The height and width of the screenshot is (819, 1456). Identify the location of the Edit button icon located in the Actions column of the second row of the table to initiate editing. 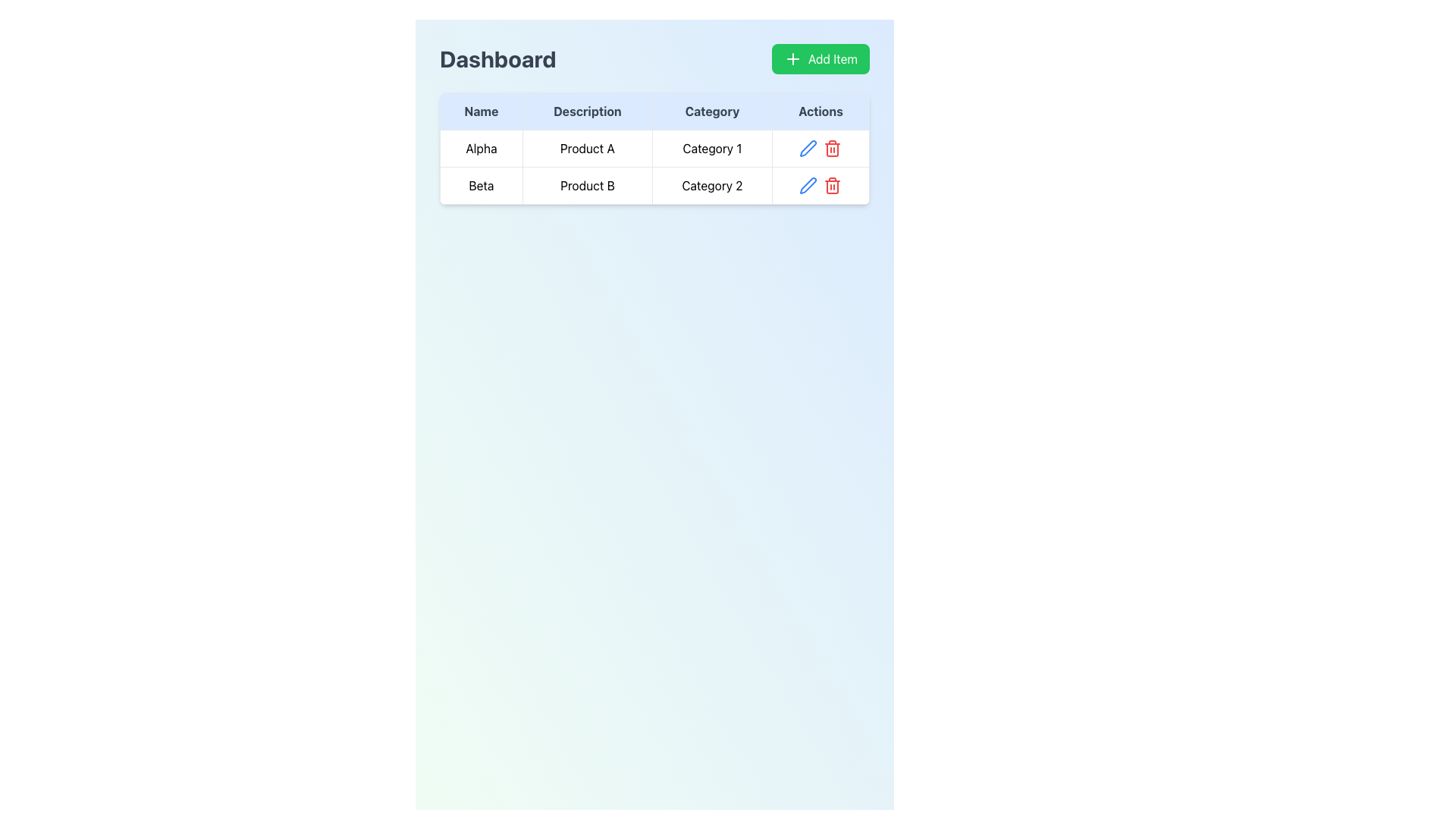
(808, 185).